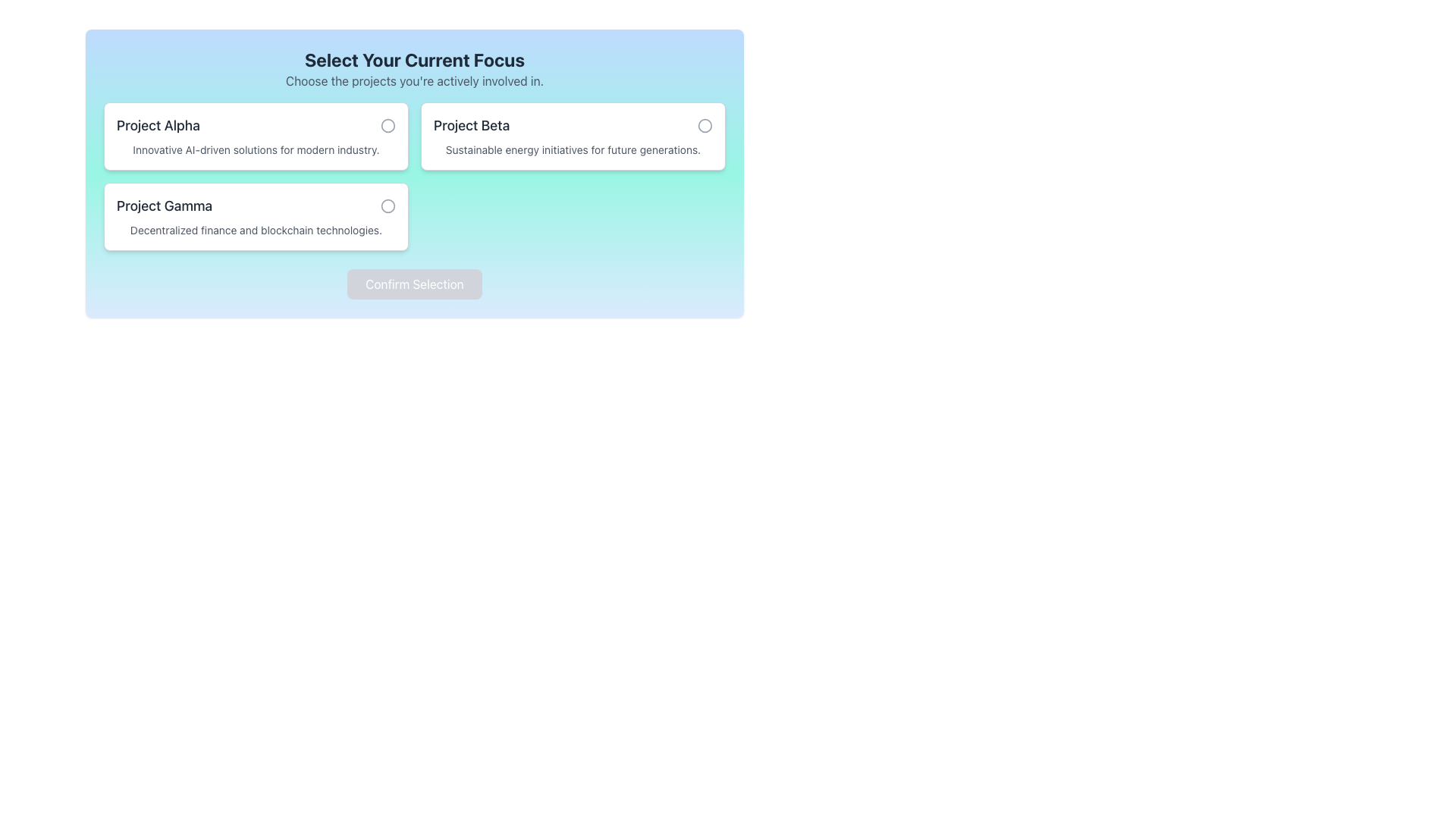 The width and height of the screenshot is (1456, 819). I want to click on text element containing the phrase 'Sustainable energy initiatives for future generations.' which is located directly below the header text 'Project Beta', so click(572, 149).